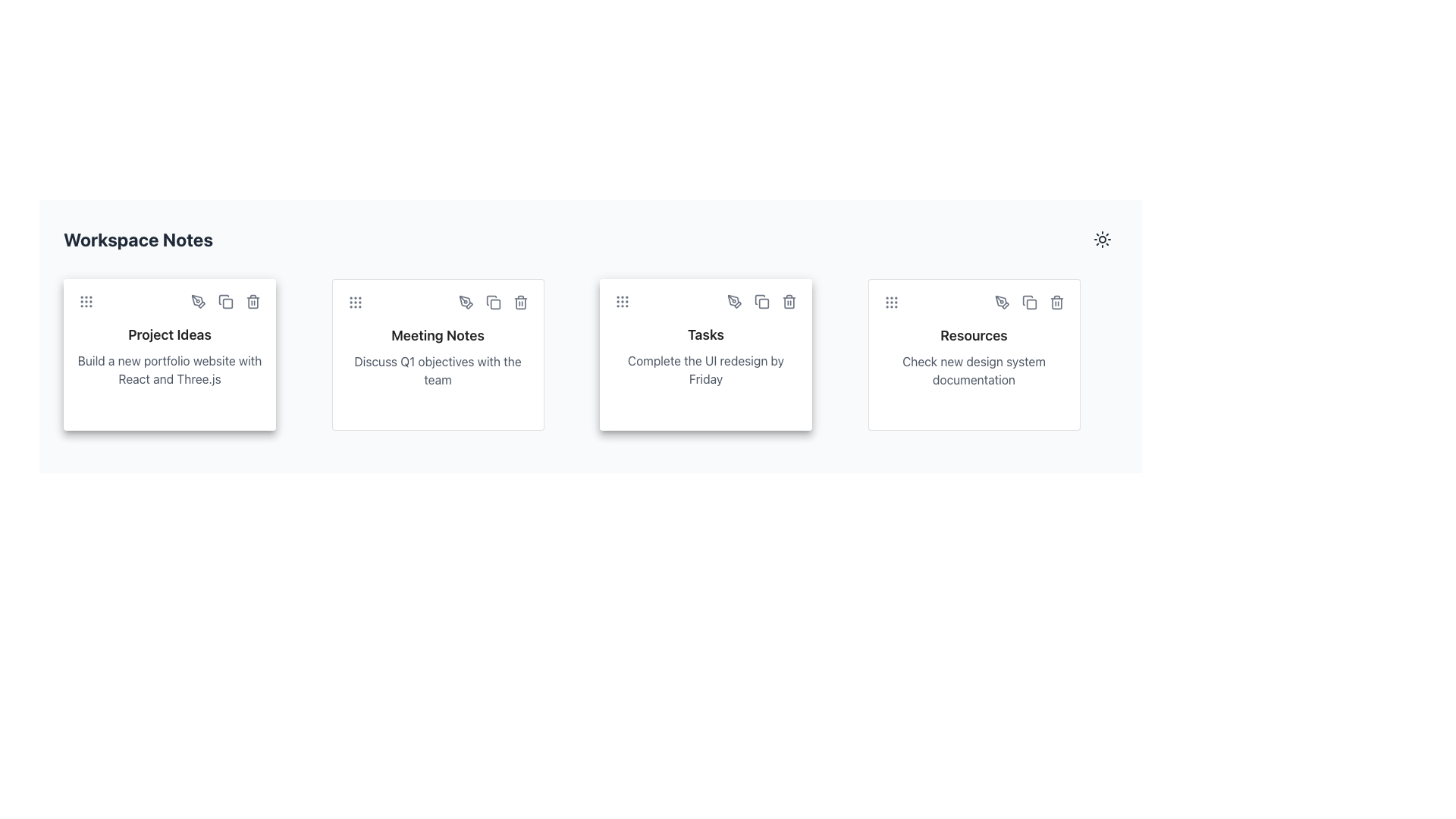  Describe the element at coordinates (891, 302) in the screenshot. I see `the gray drag handle icon, which is a 3x3 grid of small circles located at the top-left corner of the 'Resources' card` at that location.